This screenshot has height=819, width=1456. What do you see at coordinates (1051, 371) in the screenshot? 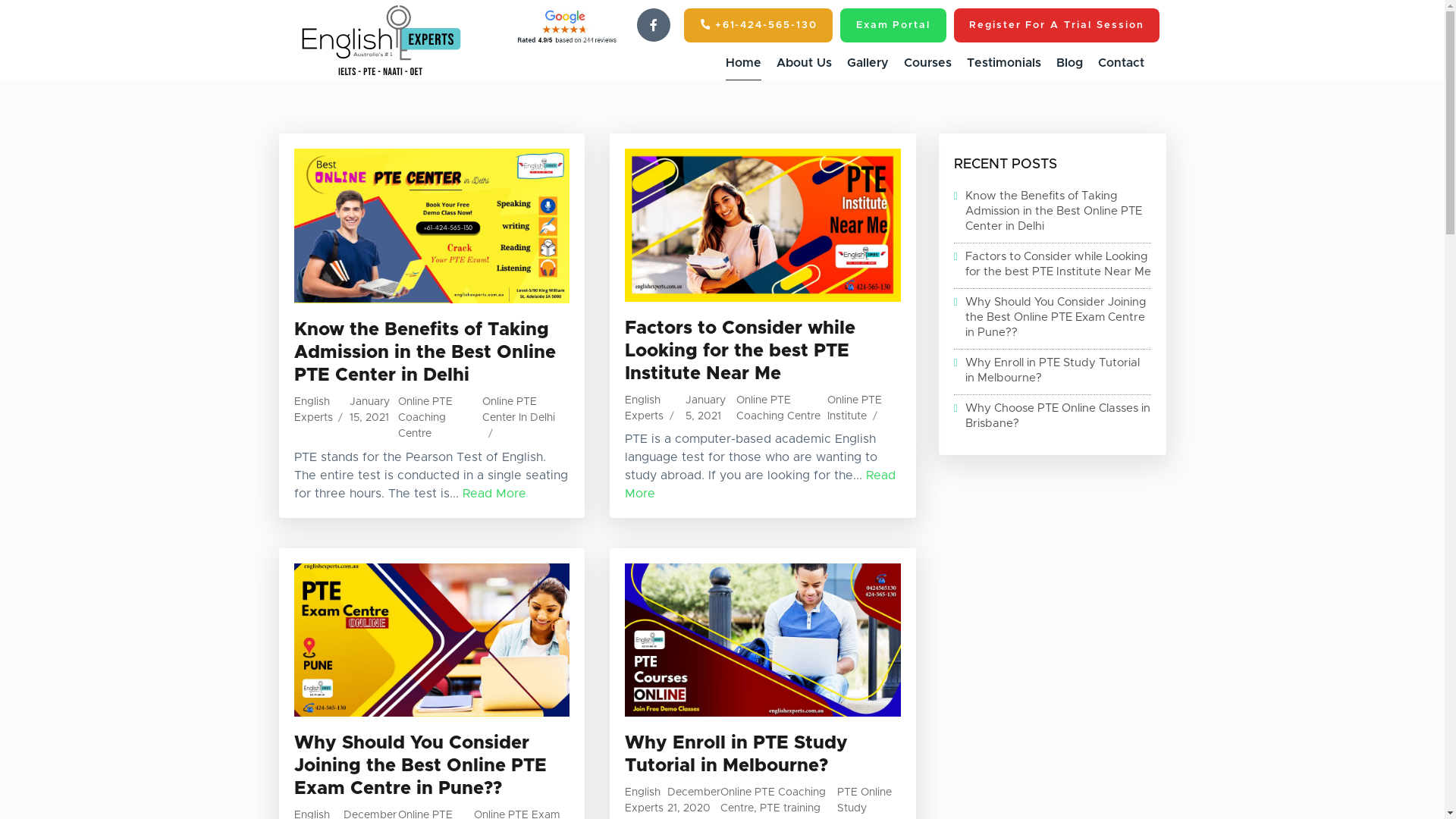
I see `'Why Enroll in PTE Study Tutorial in Melbourne?'` at bounding box center [1051, 371].